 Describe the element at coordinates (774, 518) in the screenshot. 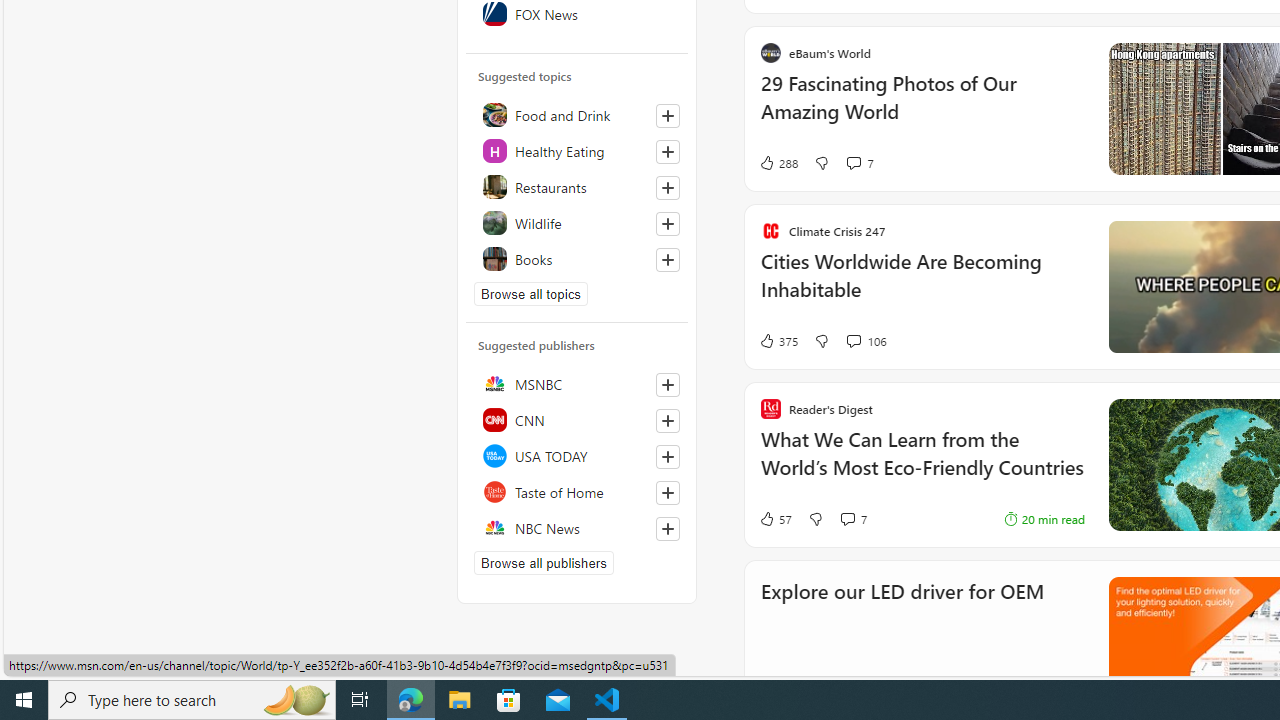

I see `'57 Like'` at that location.